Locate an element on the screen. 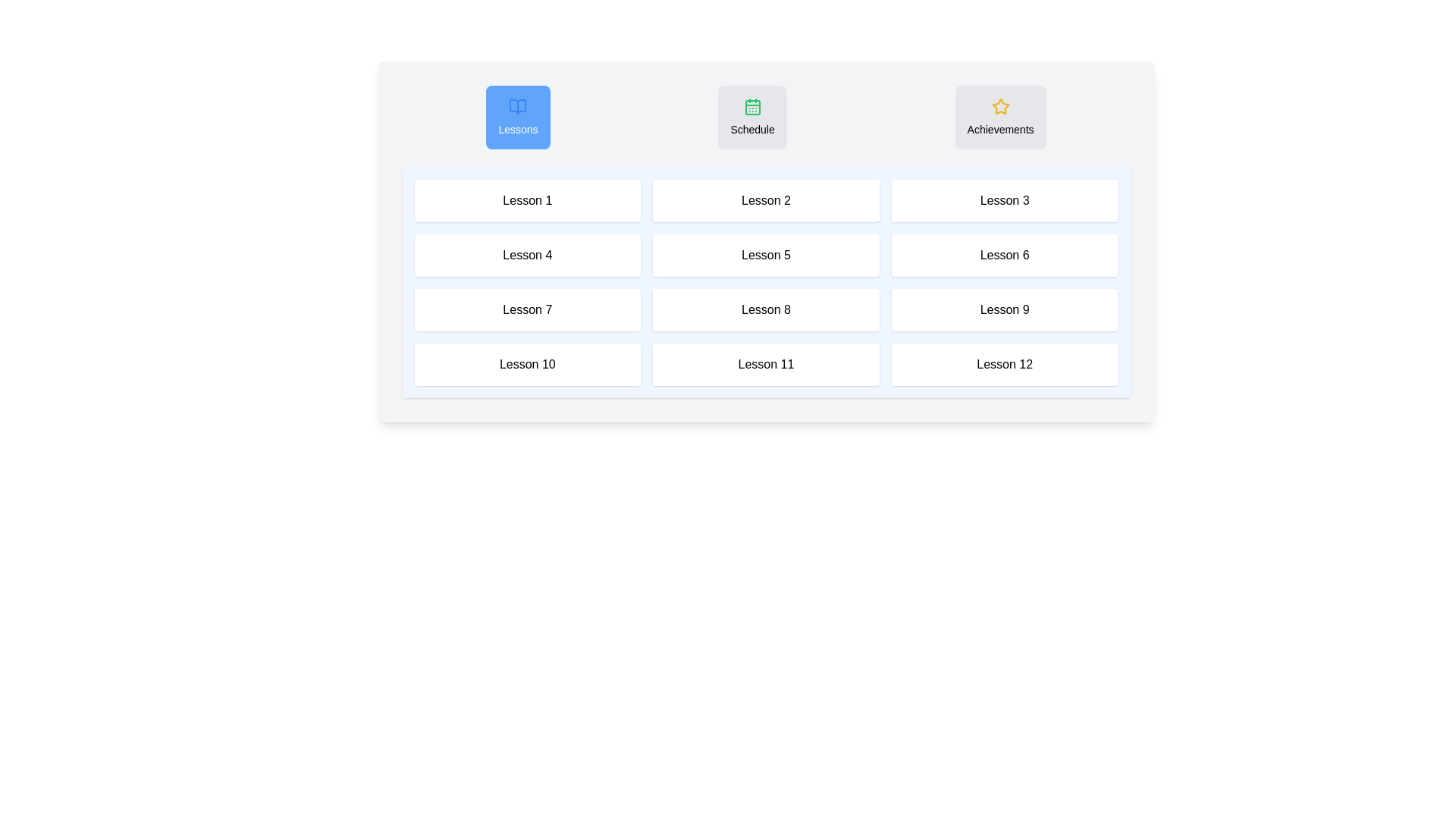  the Achievements tab by clicking on its button is located at coordinates (1000, 116).